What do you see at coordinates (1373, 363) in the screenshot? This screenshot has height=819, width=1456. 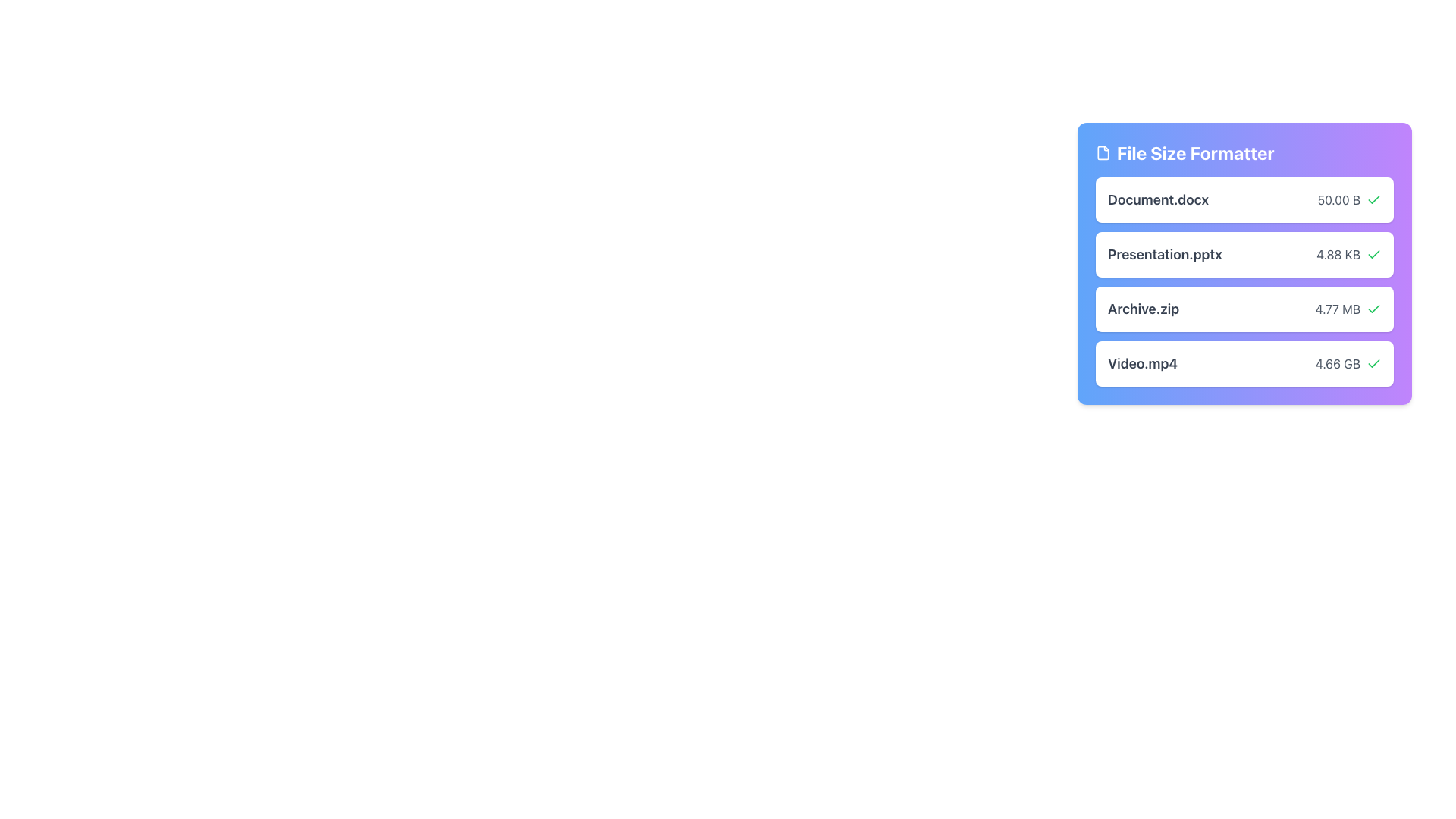 I see `the green checkmark icon located next to the text '4.66 GB' in the file list display to visually recognize its status` at bounding box center [1373, 363].